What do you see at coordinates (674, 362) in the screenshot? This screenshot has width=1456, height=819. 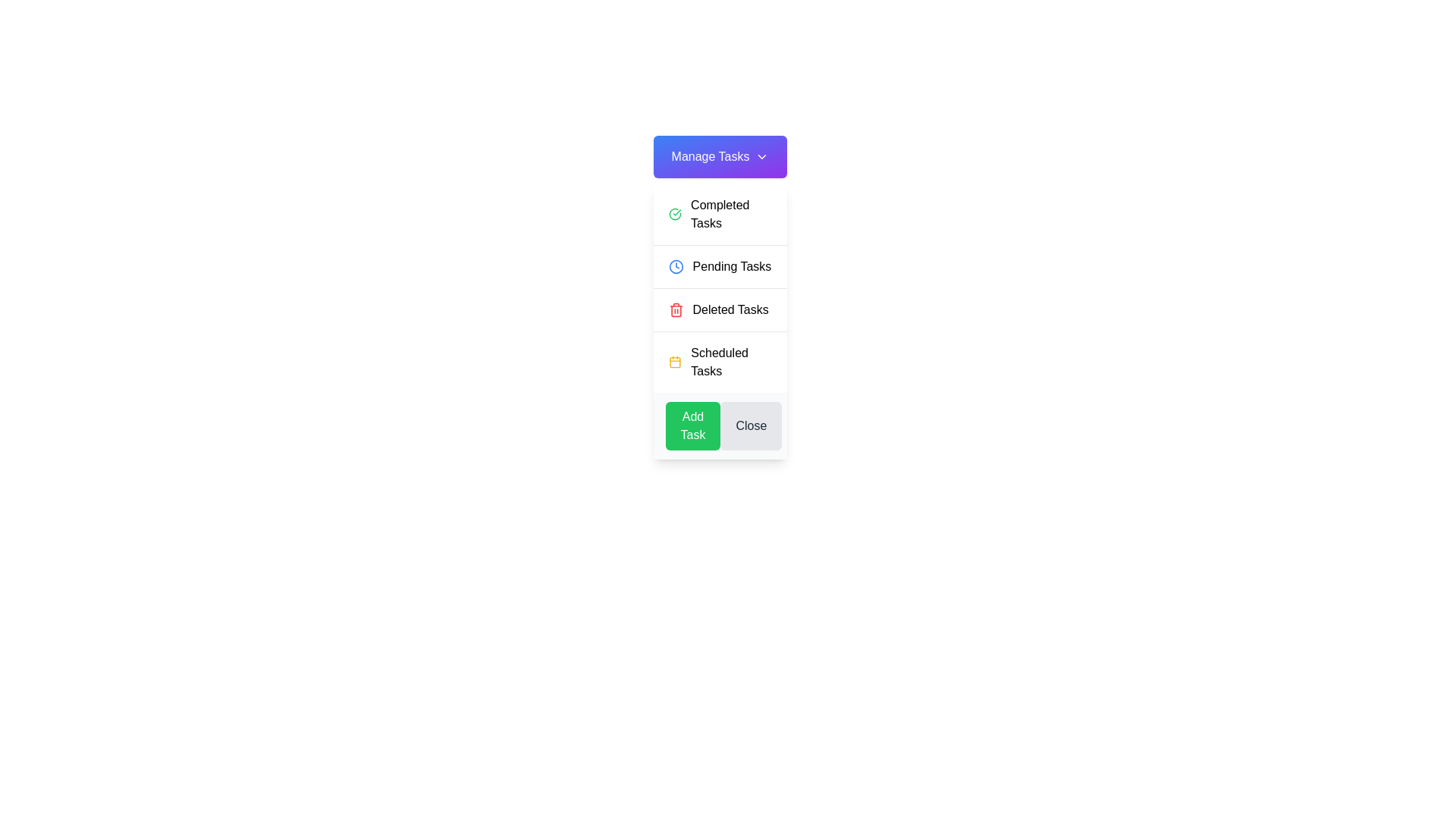 I see `the decorative background graphic within the calendar icon in the 'Scheduled Tasks' dropdown menu` at bounding box center [674, 362].